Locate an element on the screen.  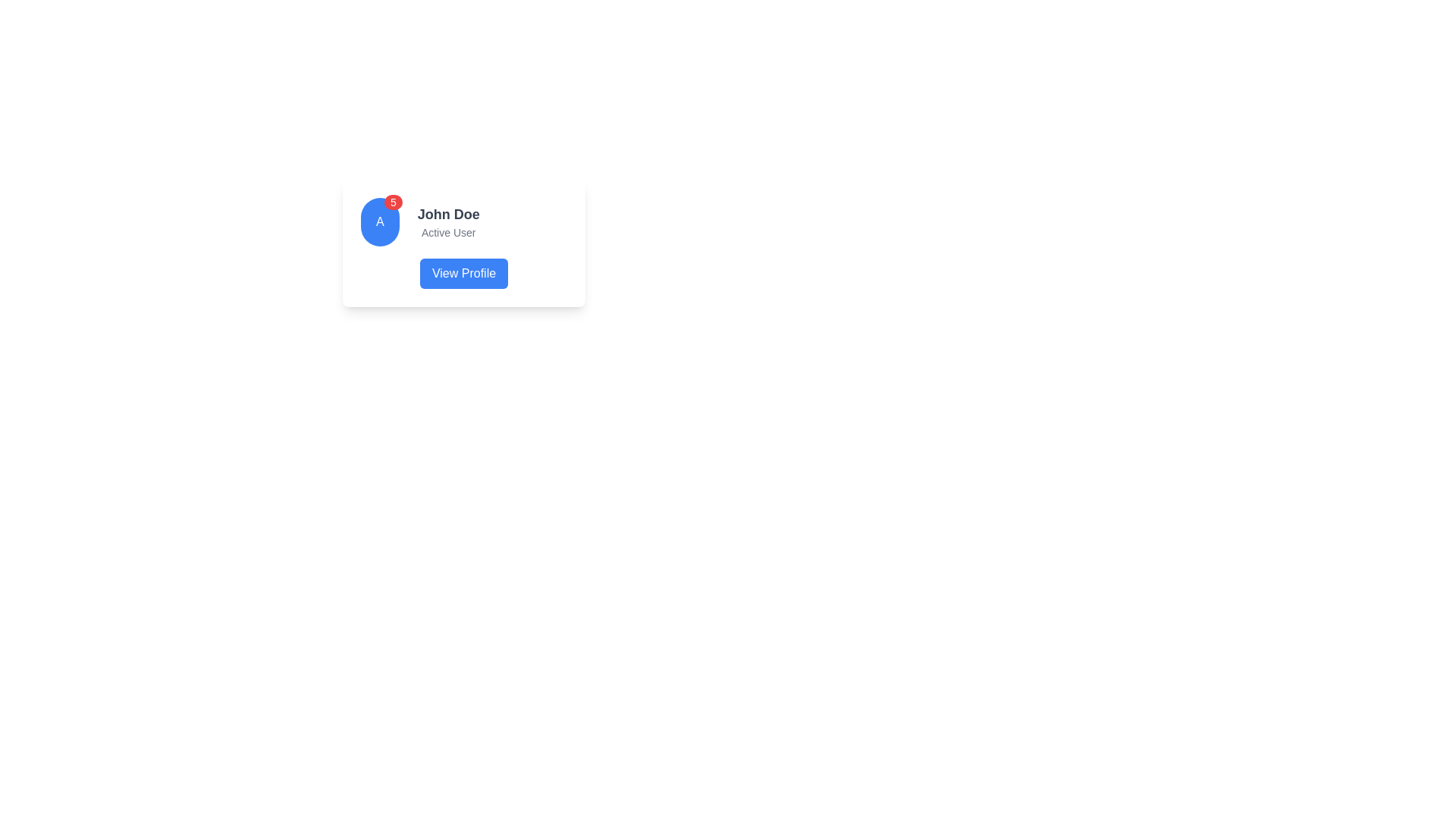
displayed text 'John Doe' and 'Active User' from the text label in the user card interface, which is positioned centrally to the right of the avatar and above the 'View Profile' button is located at coordinates (447, 222).